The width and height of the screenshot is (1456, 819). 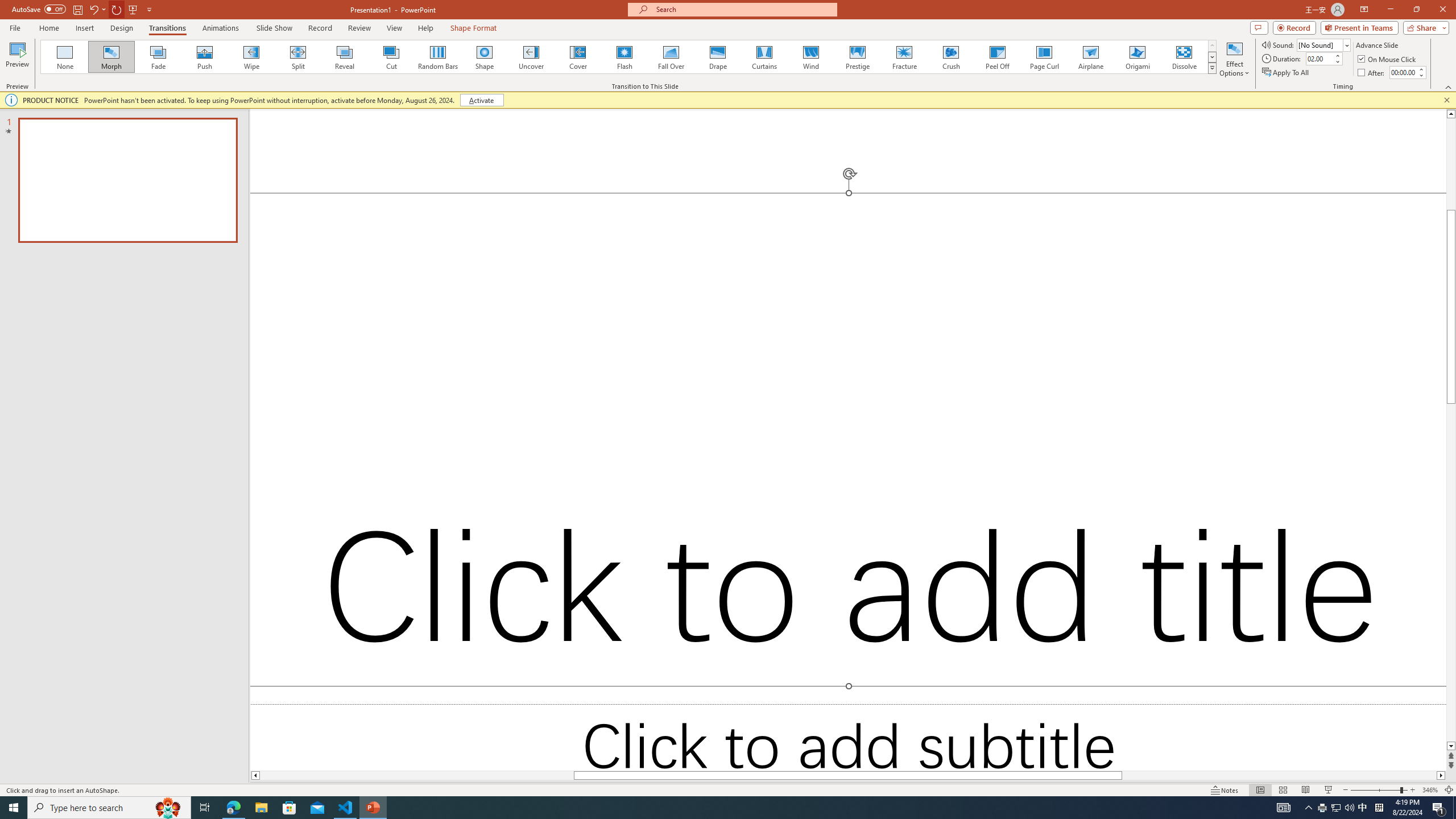 What do you see at coordinates (16, 59) in the screenshot?
I see `'Preview'` at bounding box center [16, 59].